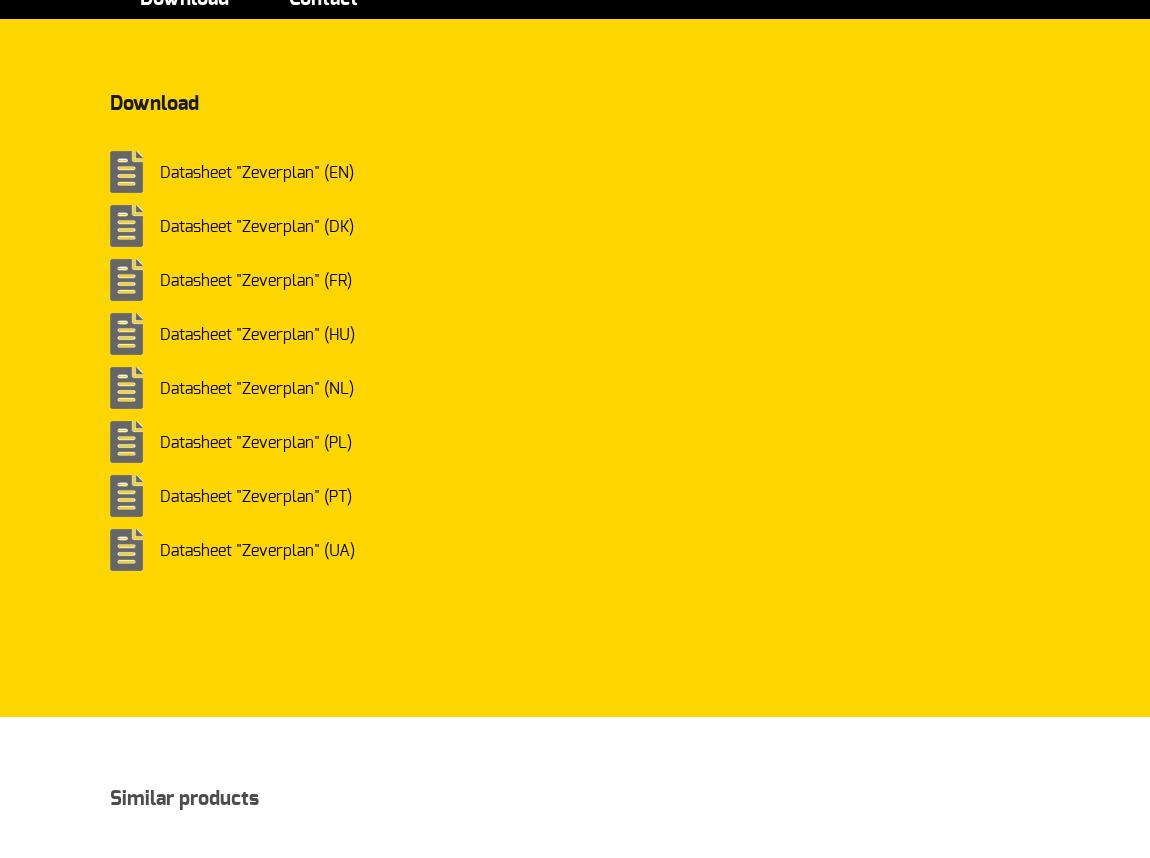  I want to click on 'Datasheet "Zeverplan" (FR)', so click(254, 280).